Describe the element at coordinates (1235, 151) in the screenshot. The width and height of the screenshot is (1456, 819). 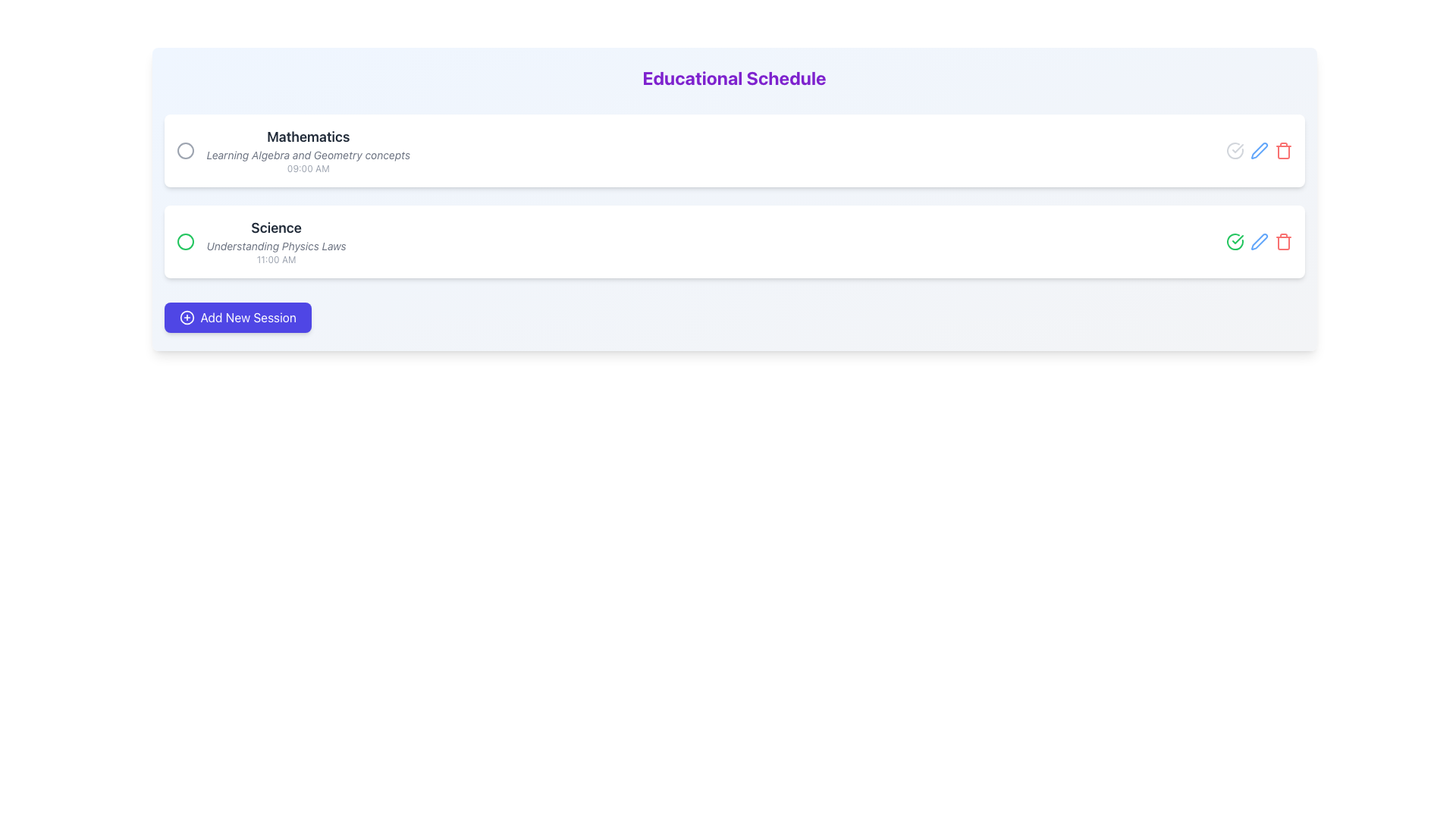
I see `the Circular status toggle icon located in the top row, first from the left` at that location.